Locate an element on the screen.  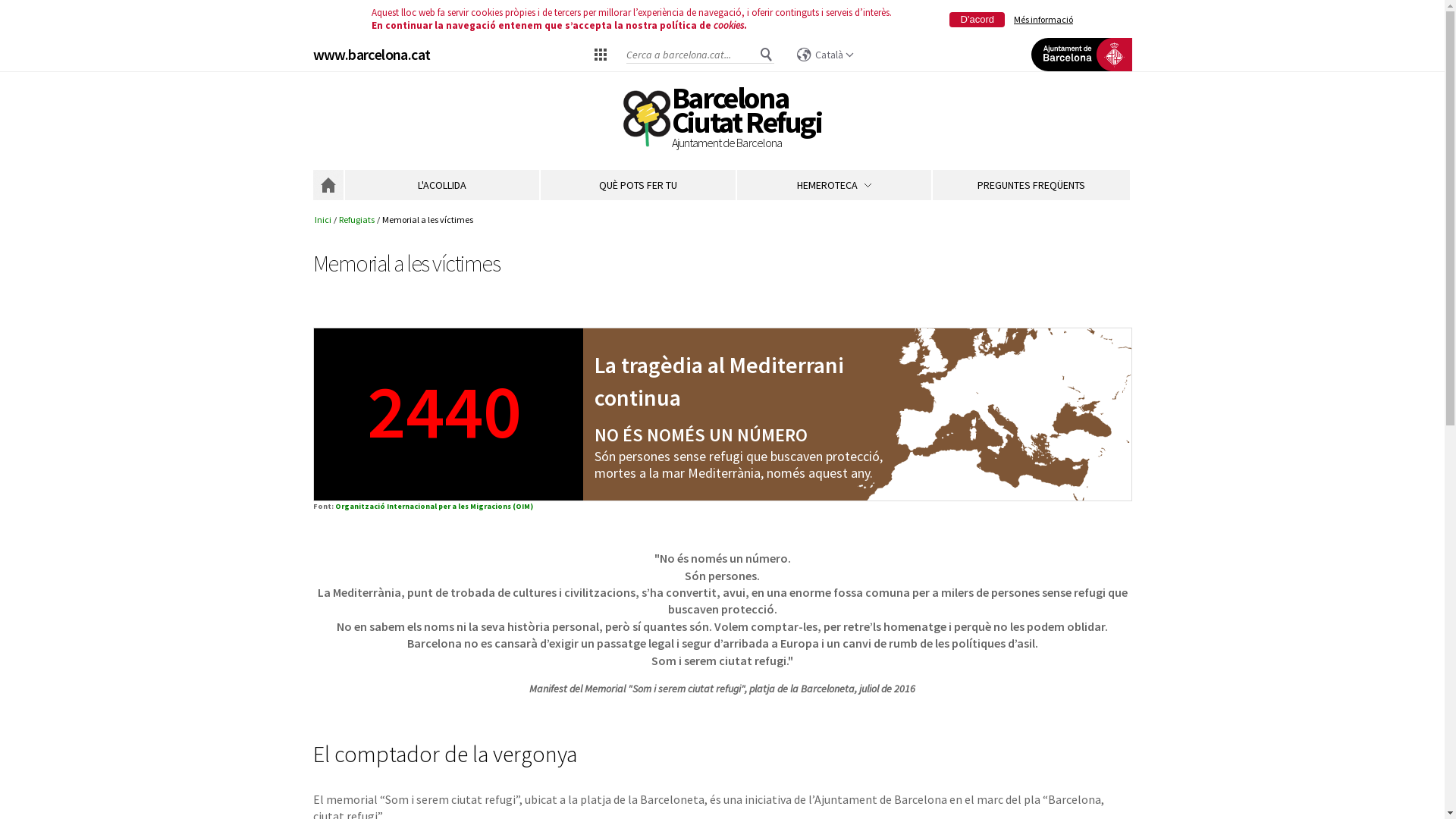
'L'ACOLLIDA' is located at coordinates (440, 184).